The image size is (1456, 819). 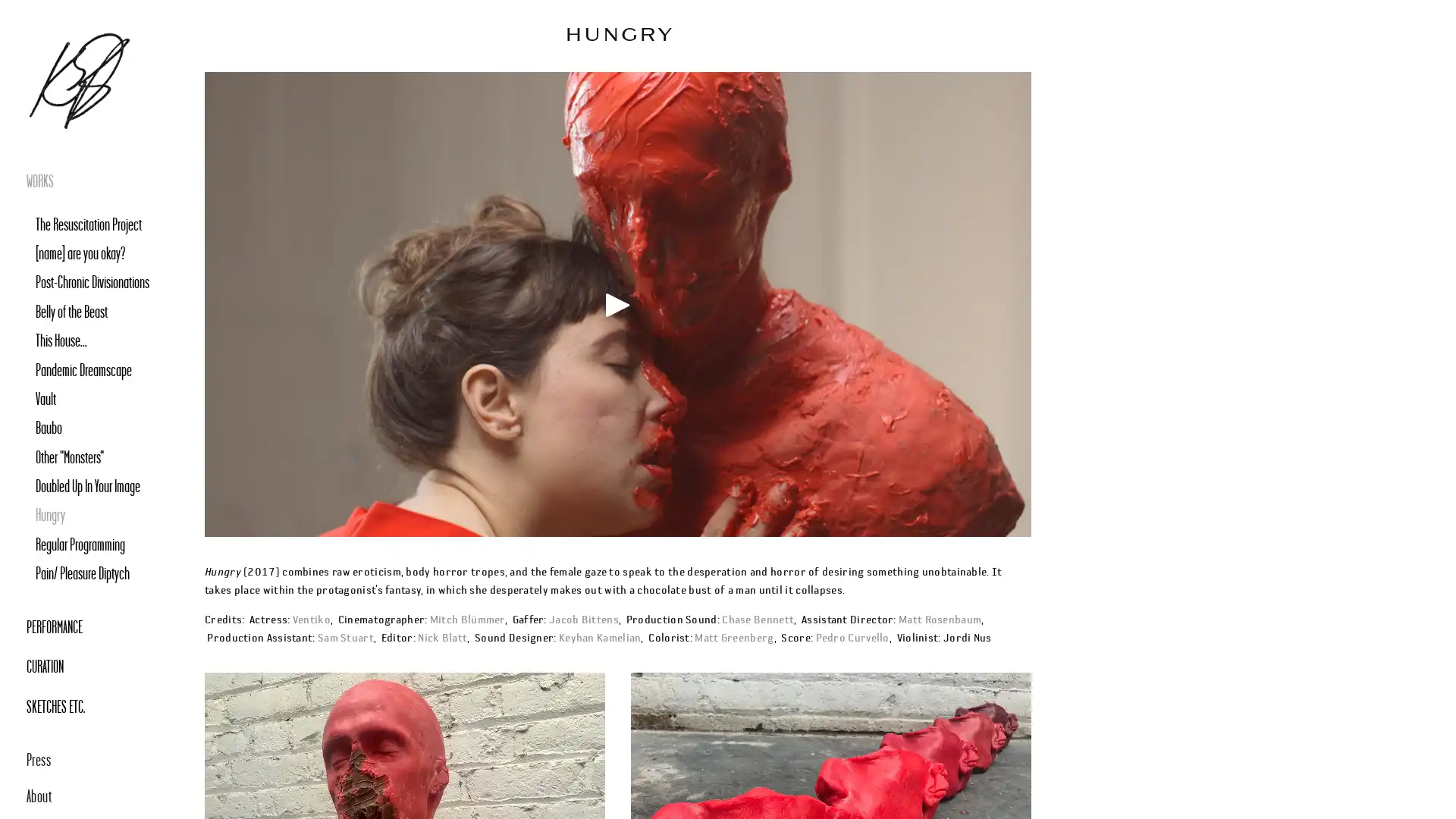 I want to click on Play, so click(x=618, y=304).